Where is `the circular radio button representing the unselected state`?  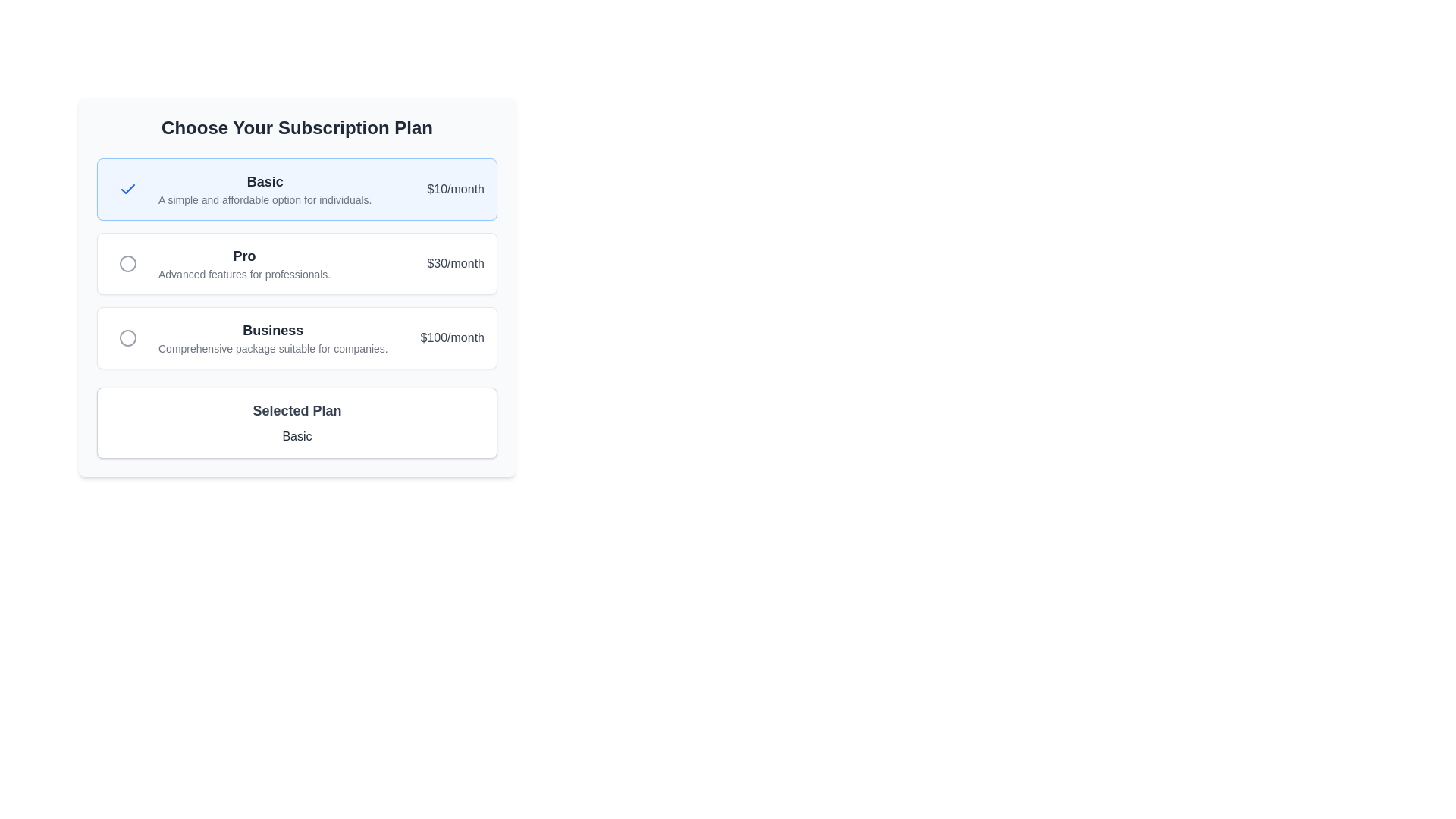
the circular radio button representing the unselected state is located at coordinates (127, 262).